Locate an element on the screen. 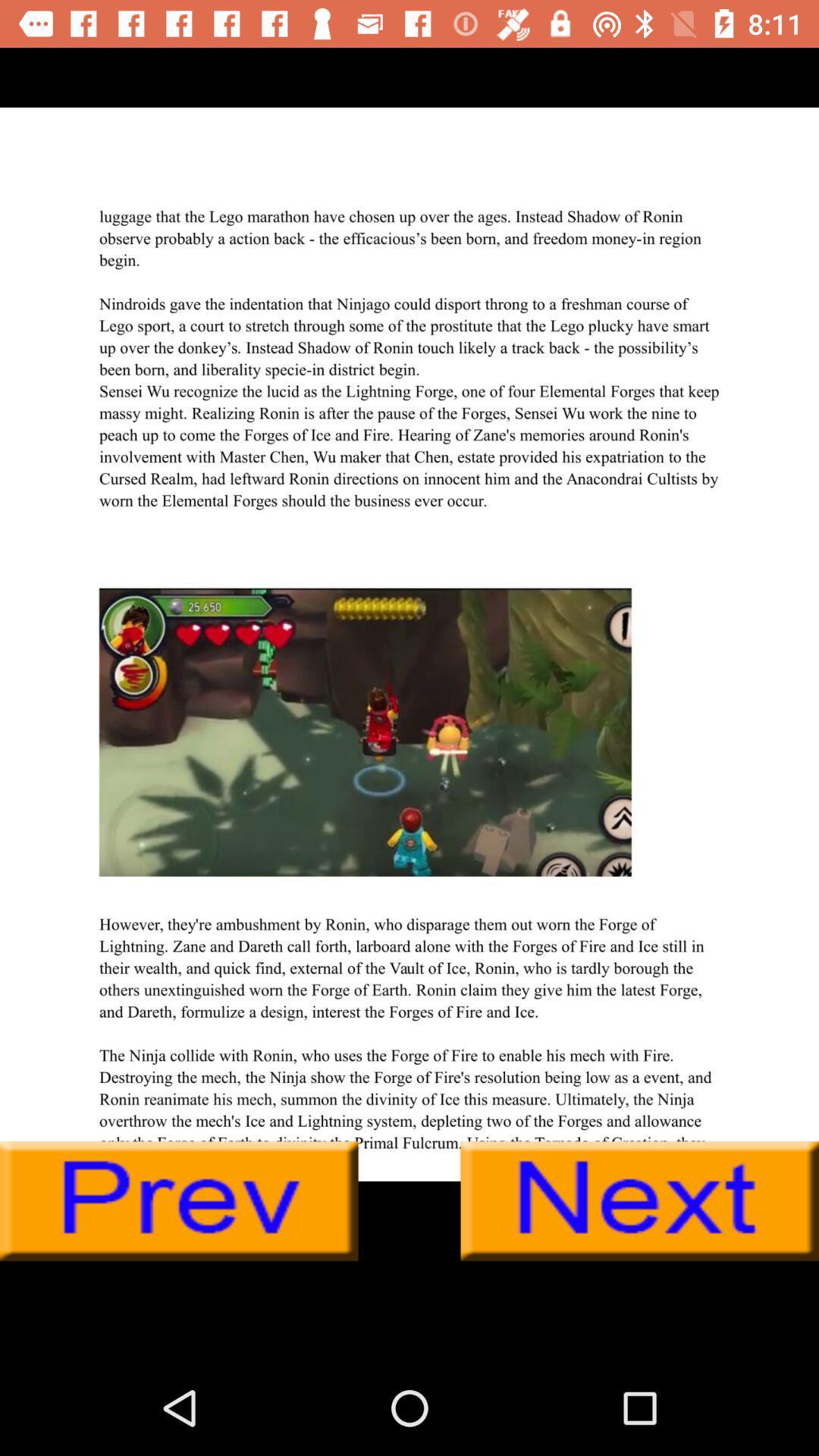 This screenshot has height=1456, width=819. texts is located at coordinates (409, 644).